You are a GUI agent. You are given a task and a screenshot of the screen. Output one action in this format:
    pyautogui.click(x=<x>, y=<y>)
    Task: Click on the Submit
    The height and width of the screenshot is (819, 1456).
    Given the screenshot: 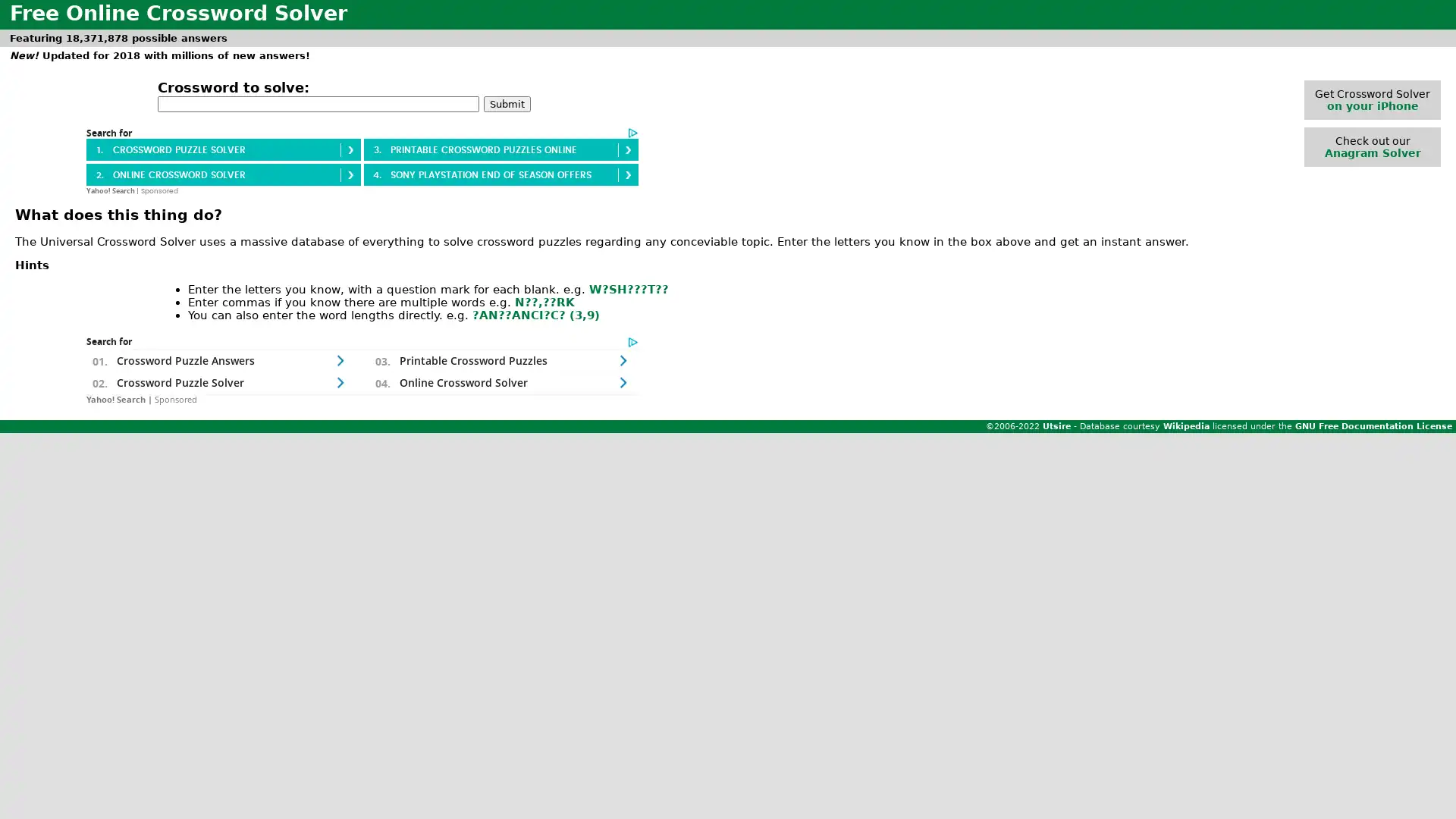 What is the action you would take?
    pyautogui.click(x=507, y=102)
    